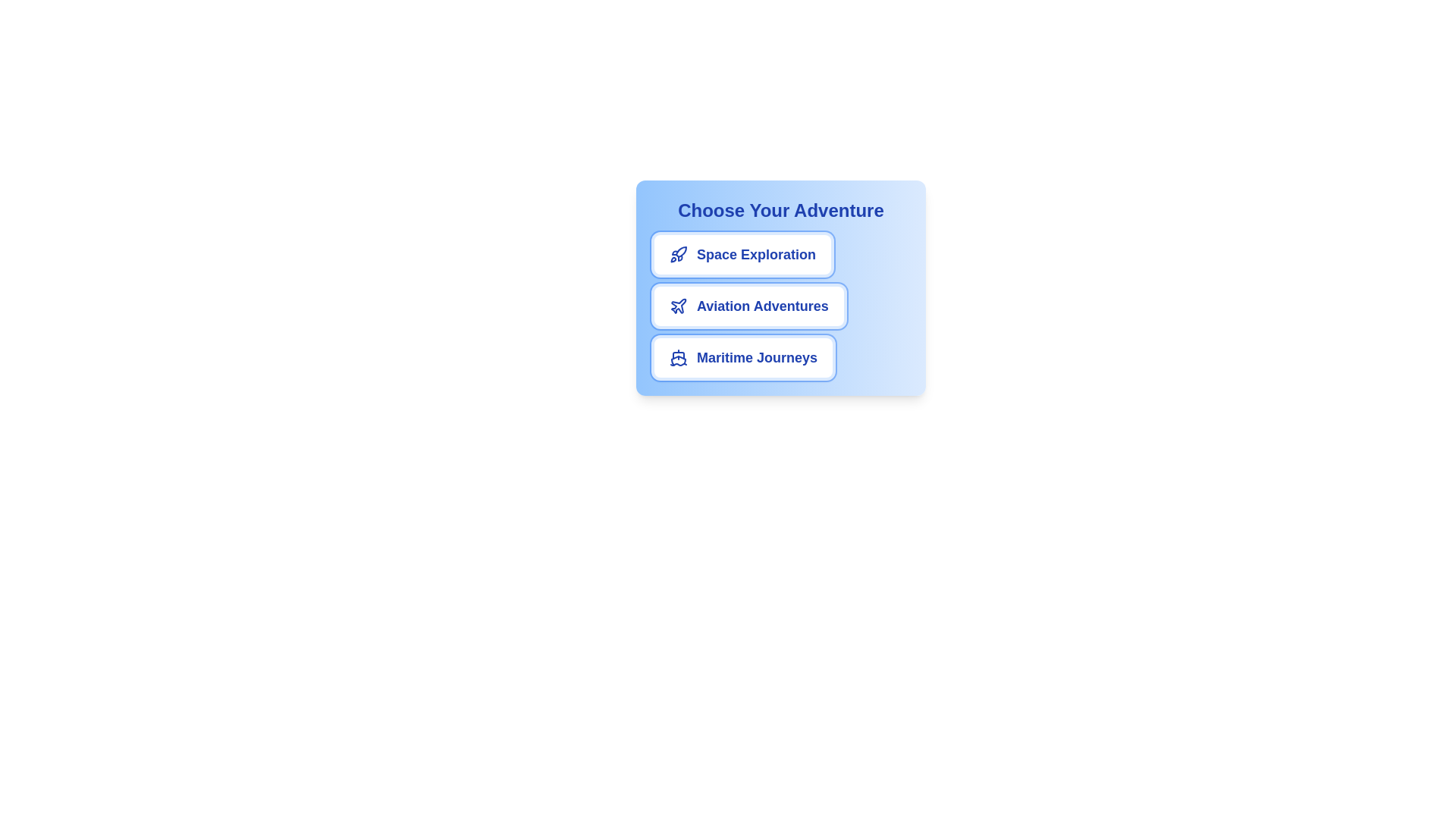 This screenshot has height=819, width=1456. Describe the element at coordinates (677, 357) in the screenshot. I see `the icon for the chip labeled Maritime Journeys` at that location.